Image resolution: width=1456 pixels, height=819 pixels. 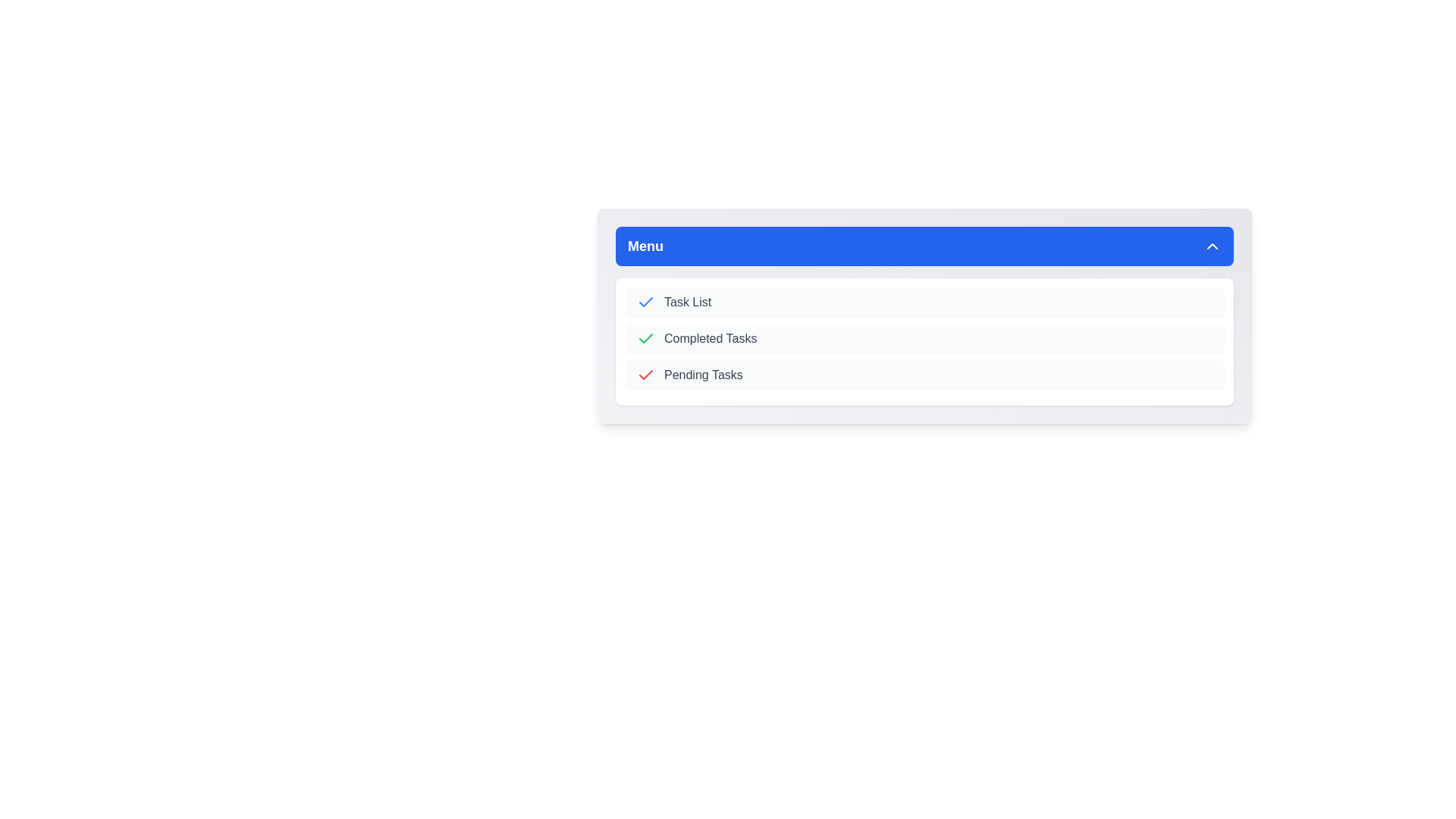 I want to click on the third list item styled as a button with a light gray background and a red checkmark icon, labeled 'Pending Tasks', so click(x=924, y=375).